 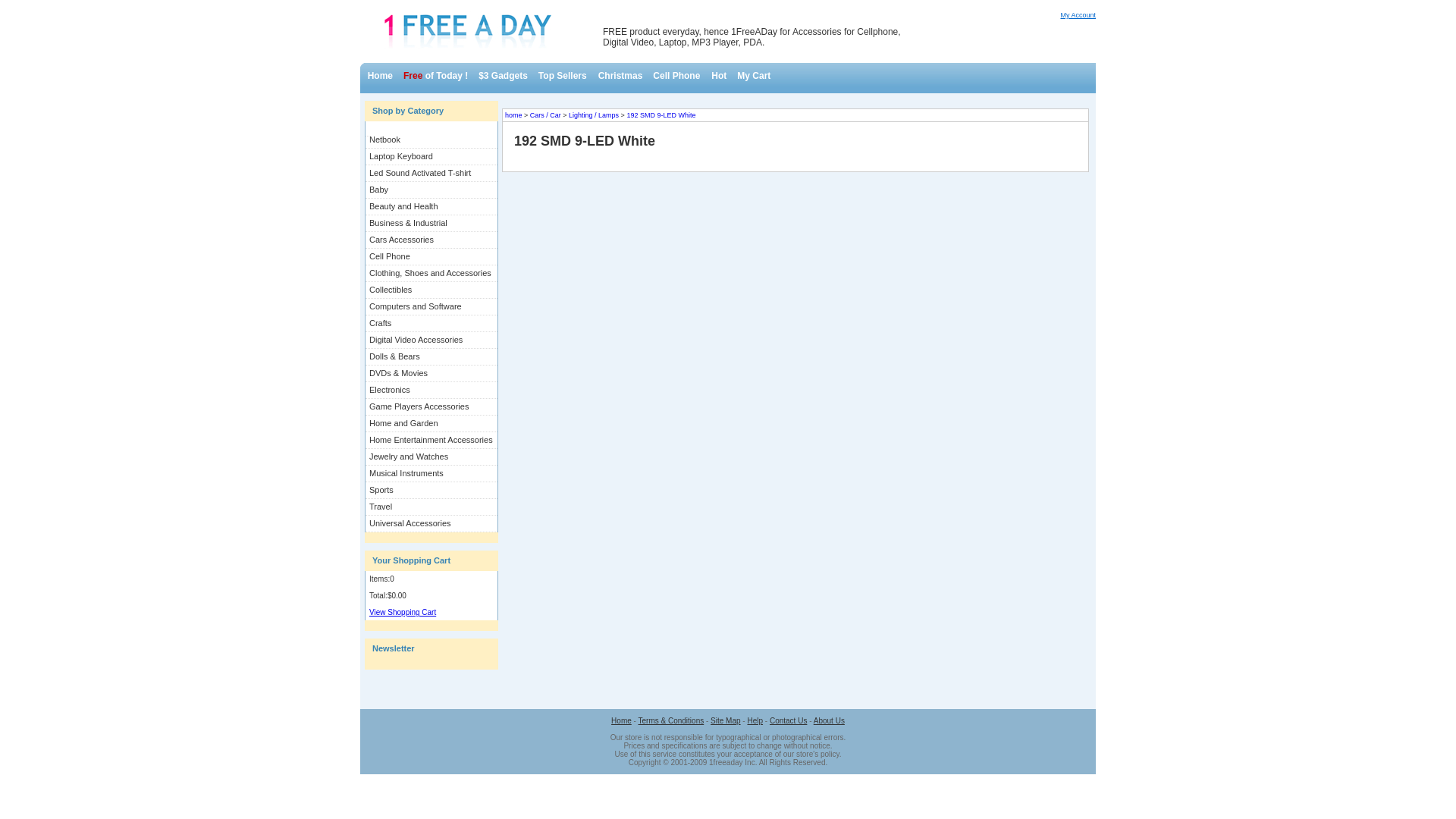 What do you see at coordinates (369, 472) in the screenshot?
I see `'Musical Instruments'` at bounding box center [369, 472].